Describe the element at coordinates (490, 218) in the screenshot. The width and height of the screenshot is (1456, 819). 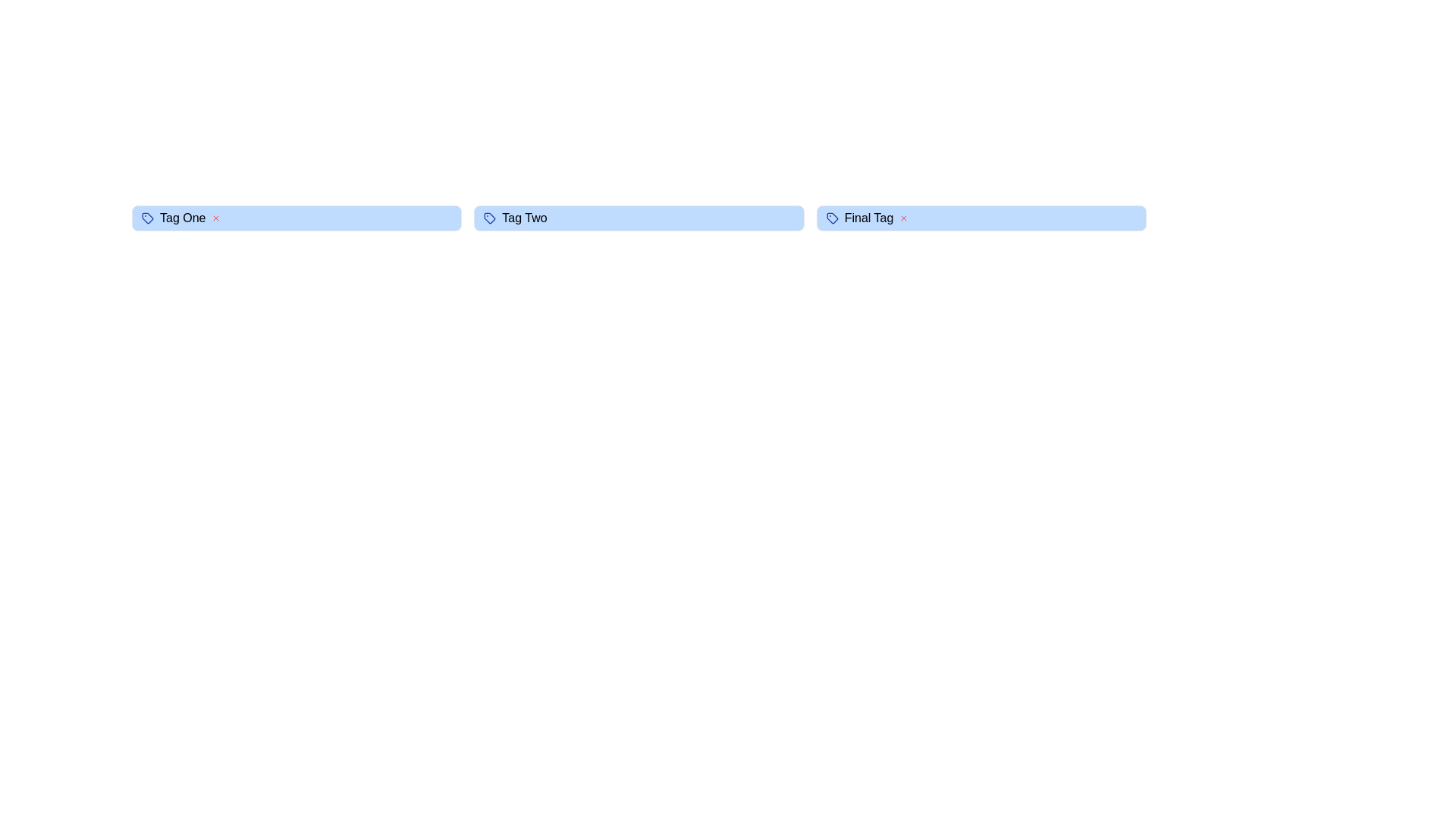
I see `the leftmost icon associated with the text label 'Tag Two'` at that location.